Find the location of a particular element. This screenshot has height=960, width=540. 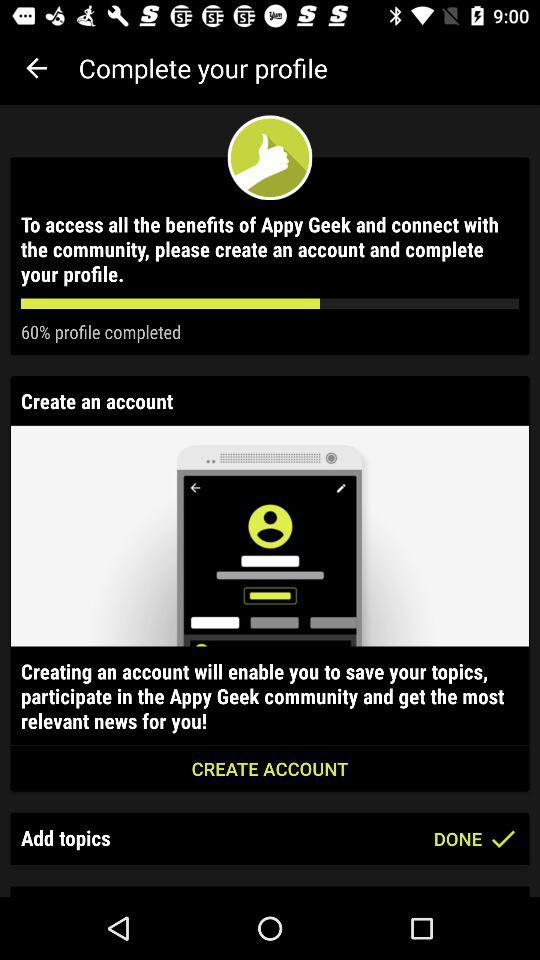

the arrow_backward icon is located at coordinates (36, 68).